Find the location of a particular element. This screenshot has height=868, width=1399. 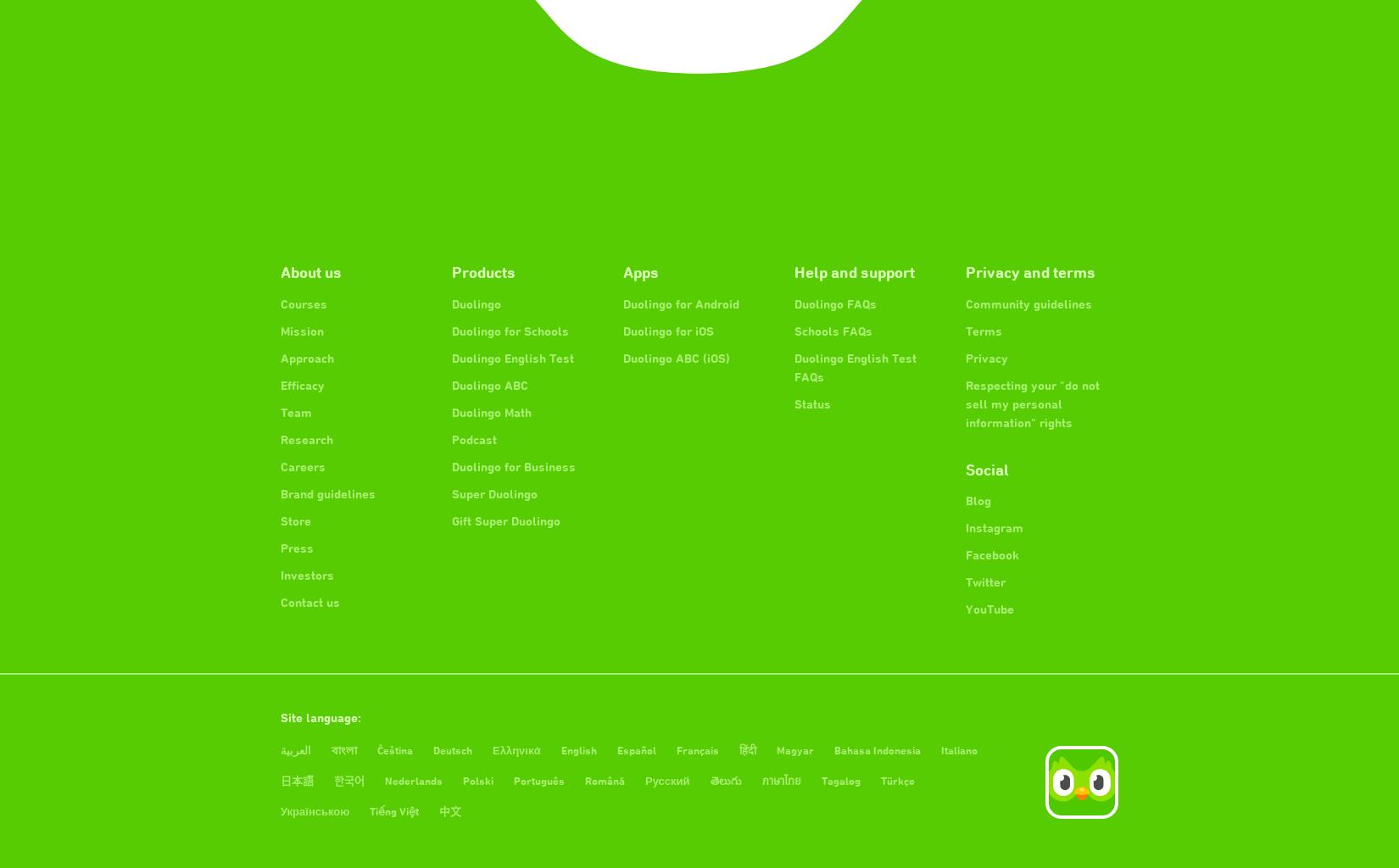

'Nederlands' is located at coordinates (413, 780).